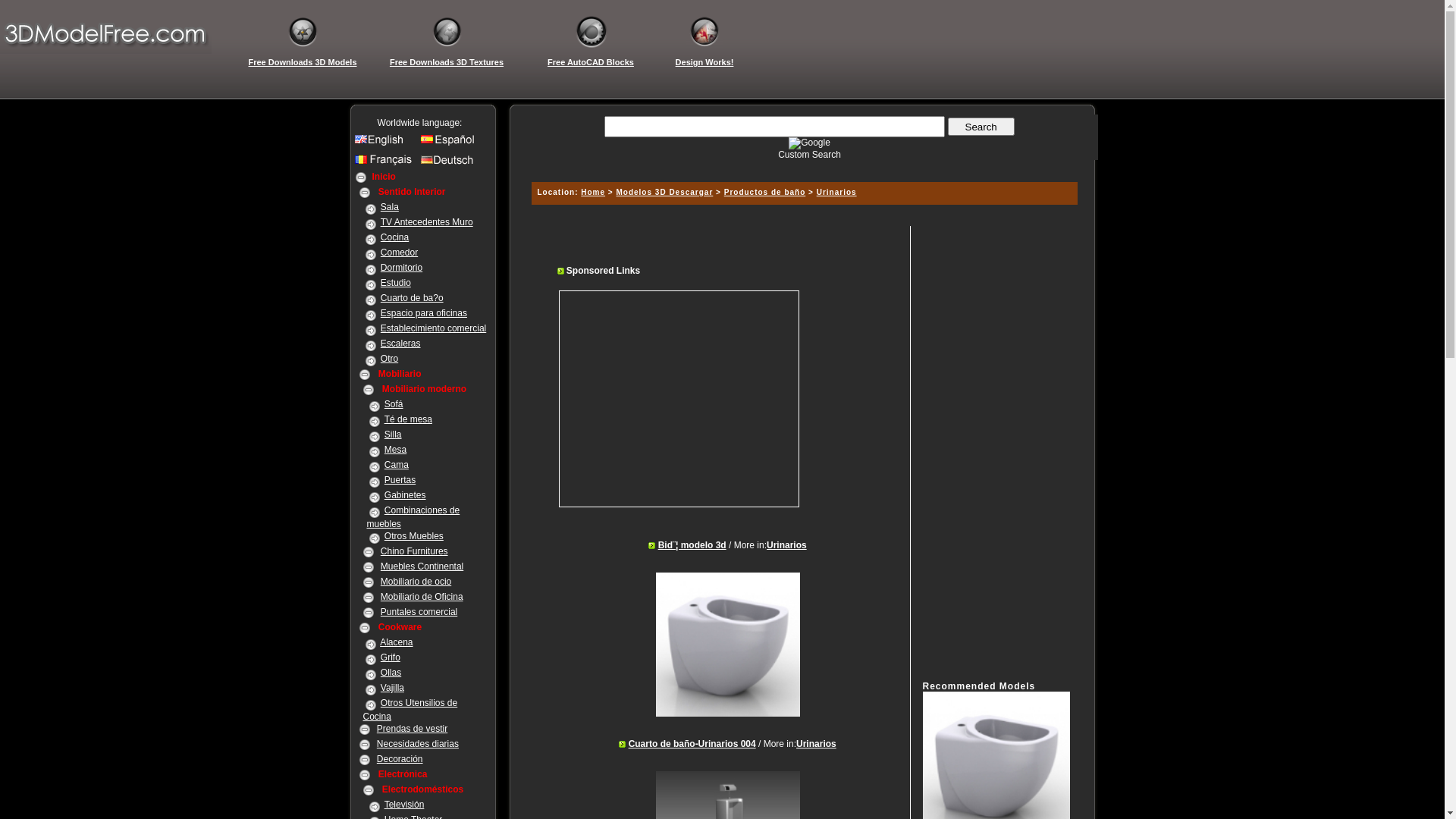 The width and height of the screenshot is (1456, 819). What do you see at coordinates (381, 359) in the screenshot?
I see `'Otro'` at bounding box center [381, 359].